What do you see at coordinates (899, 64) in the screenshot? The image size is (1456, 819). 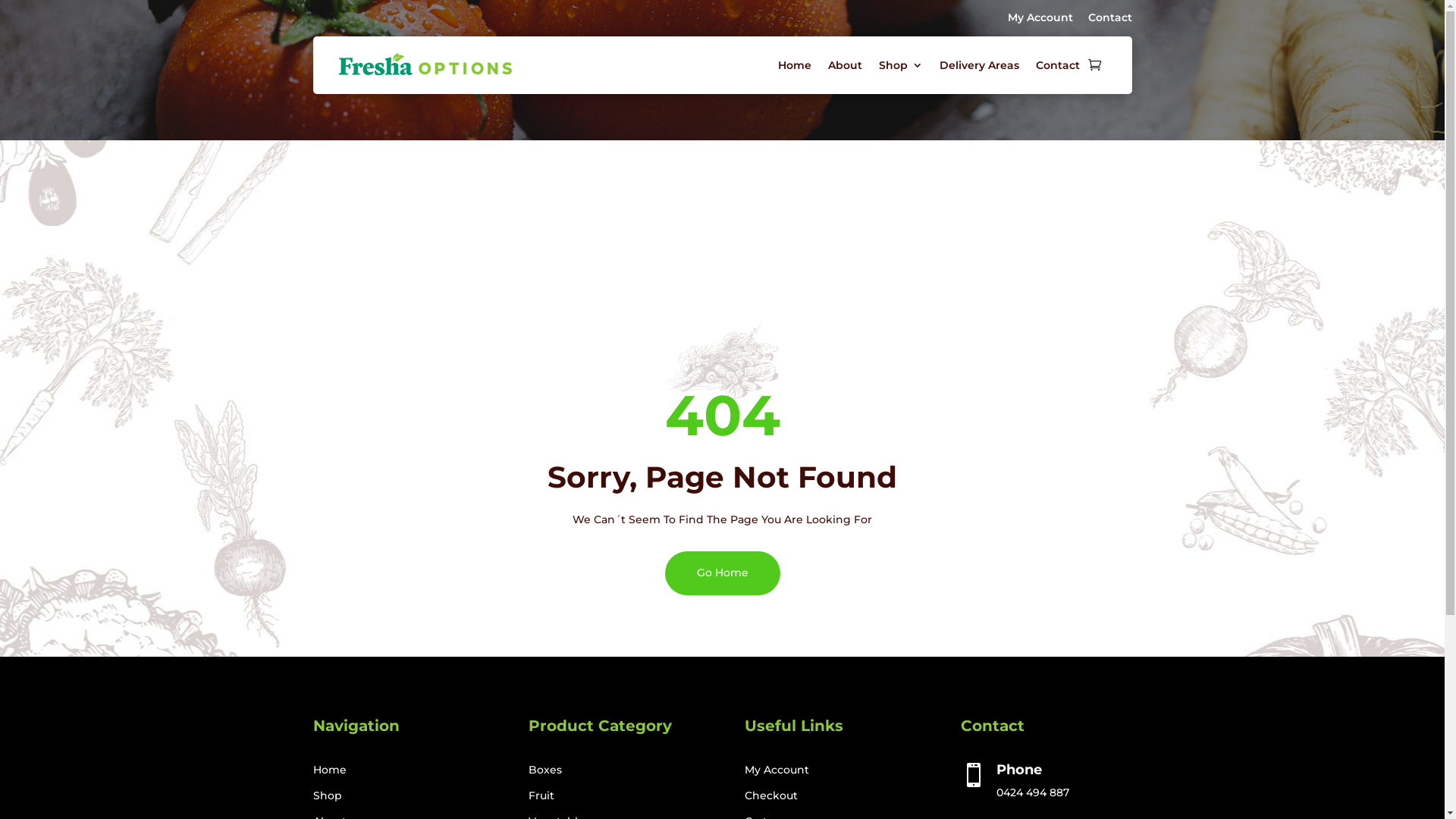 I see `'Shop'` at bounding box center [899, 64].